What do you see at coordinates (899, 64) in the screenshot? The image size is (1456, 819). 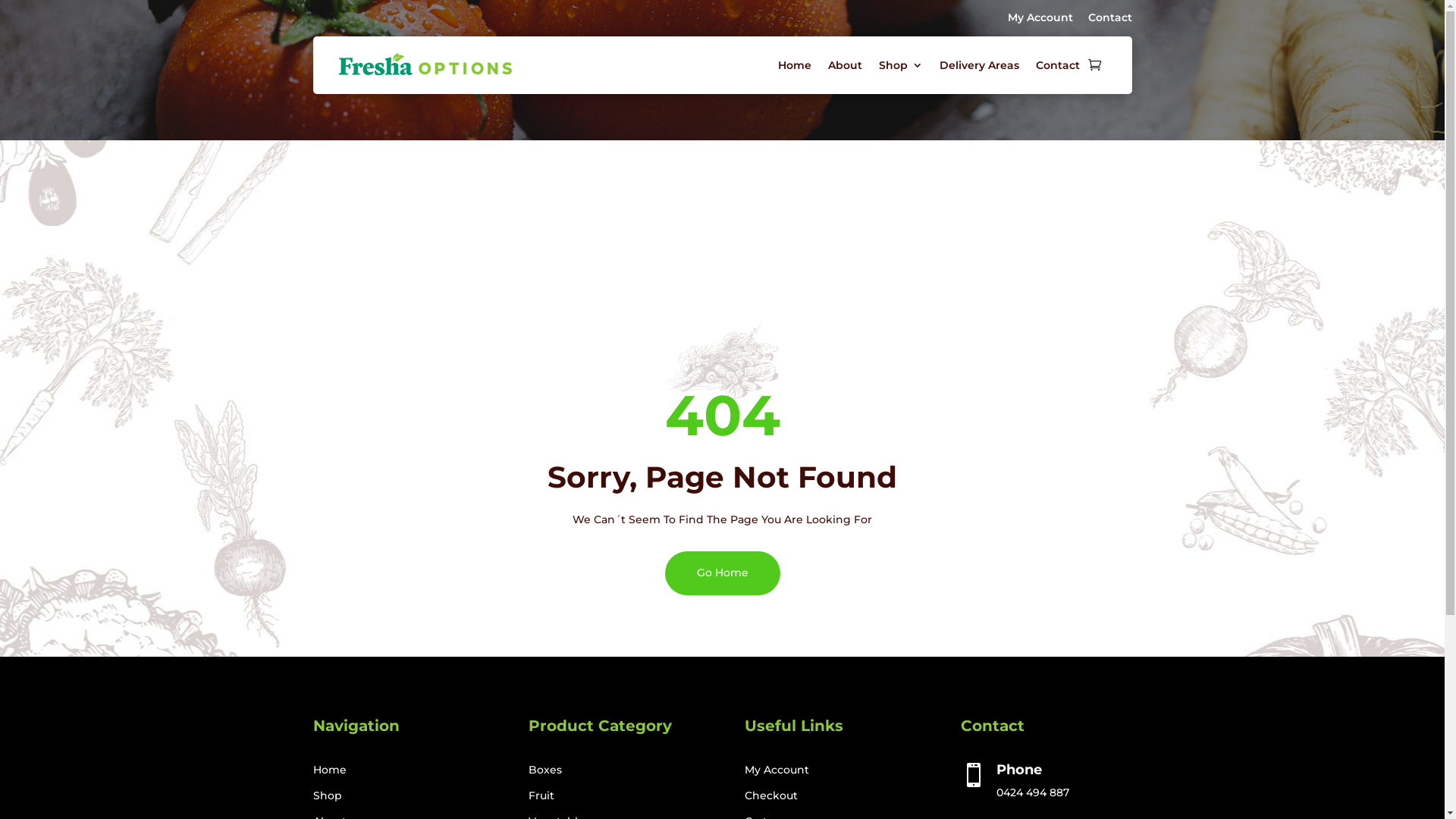 I see `'Shop'` at bounding box center [899, 64].